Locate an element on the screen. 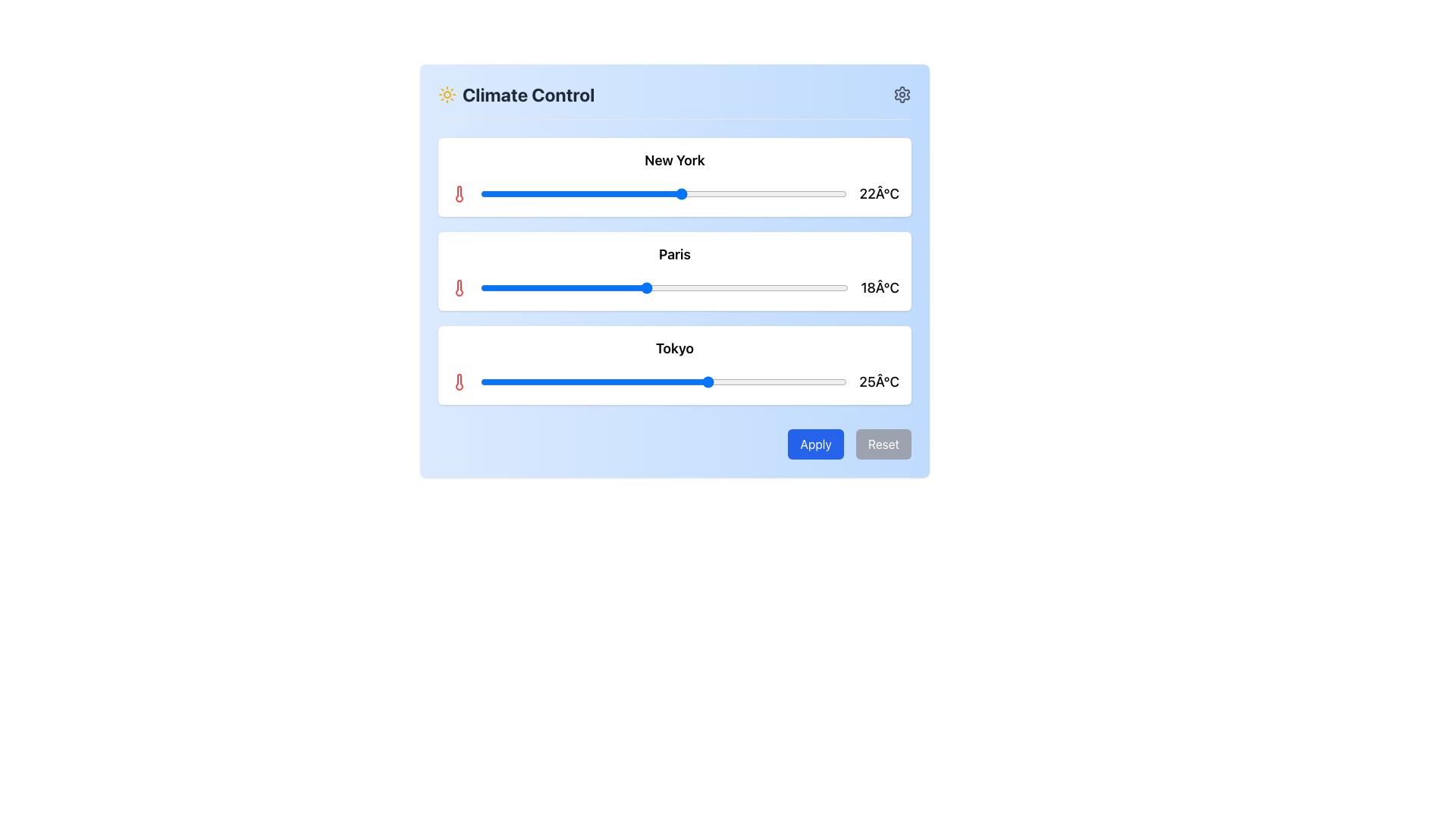  the Tokyo temperature is located at coordinates (636, 381).